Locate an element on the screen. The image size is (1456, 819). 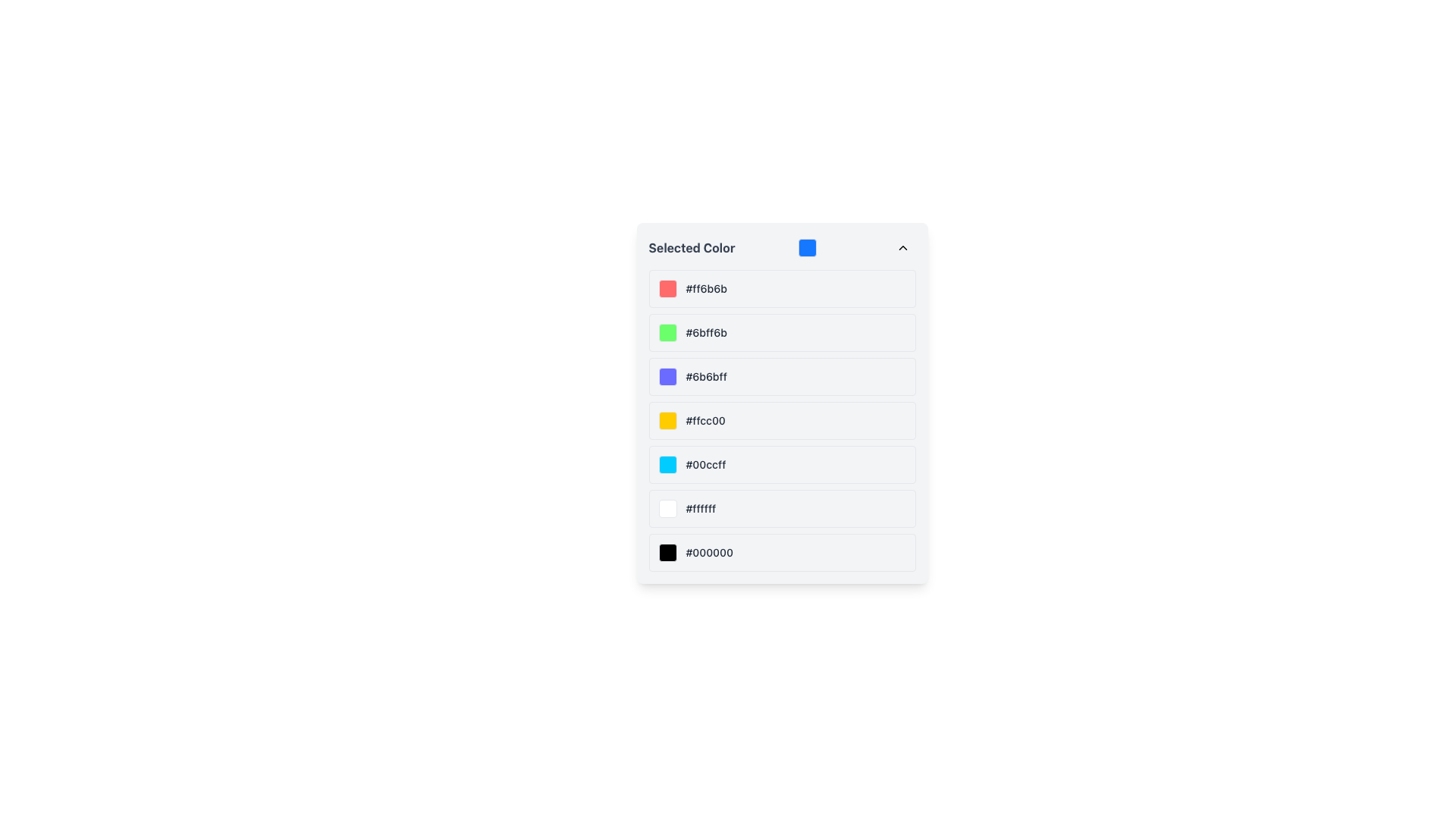
the upward-pointing chevron arrow icon button located to the far-right of the interface header for 'Selected Color' is located at coordinates (902, 247).